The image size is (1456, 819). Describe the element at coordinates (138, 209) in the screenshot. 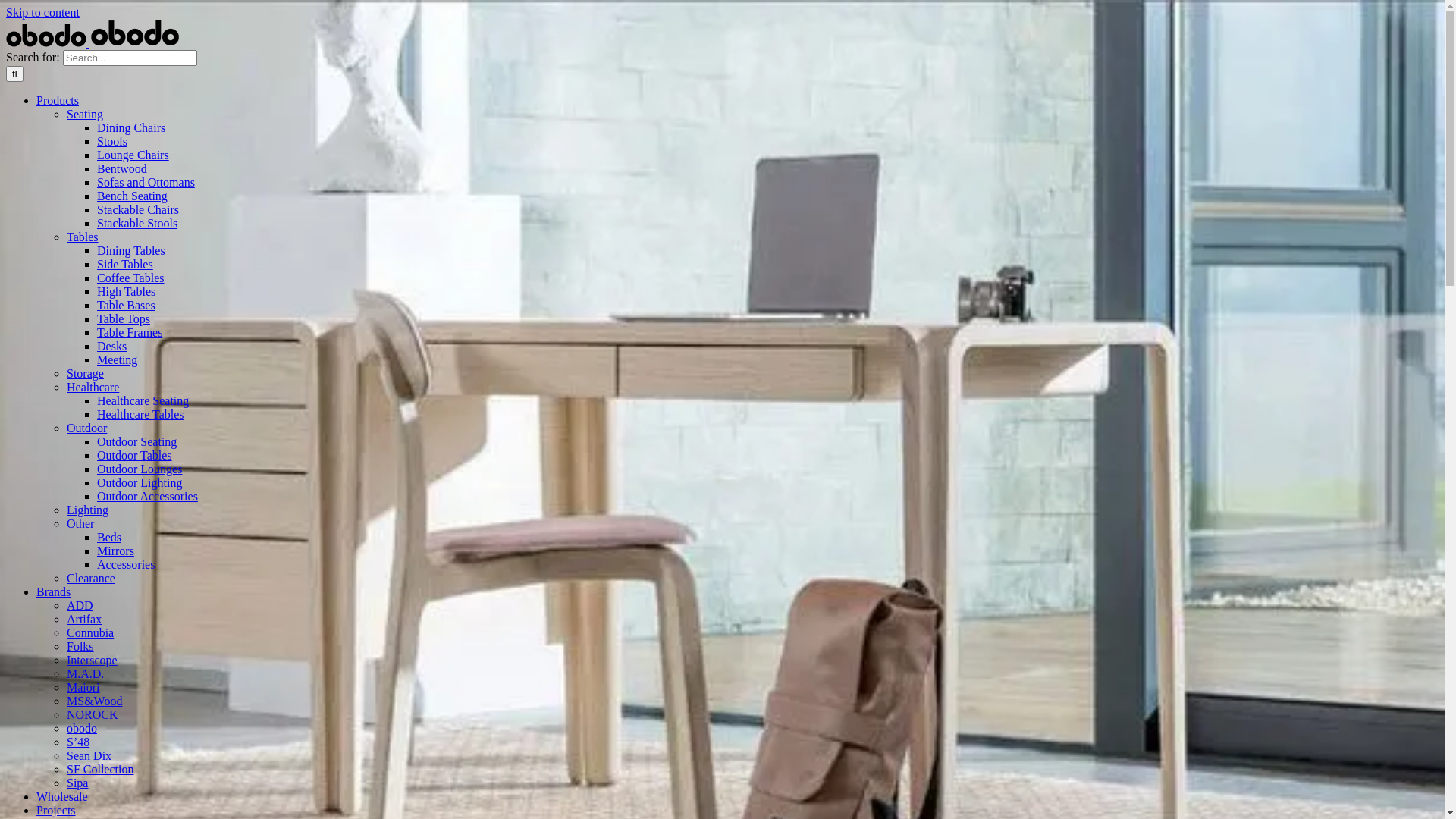

I see `'Stackable Chairs'` at that location.